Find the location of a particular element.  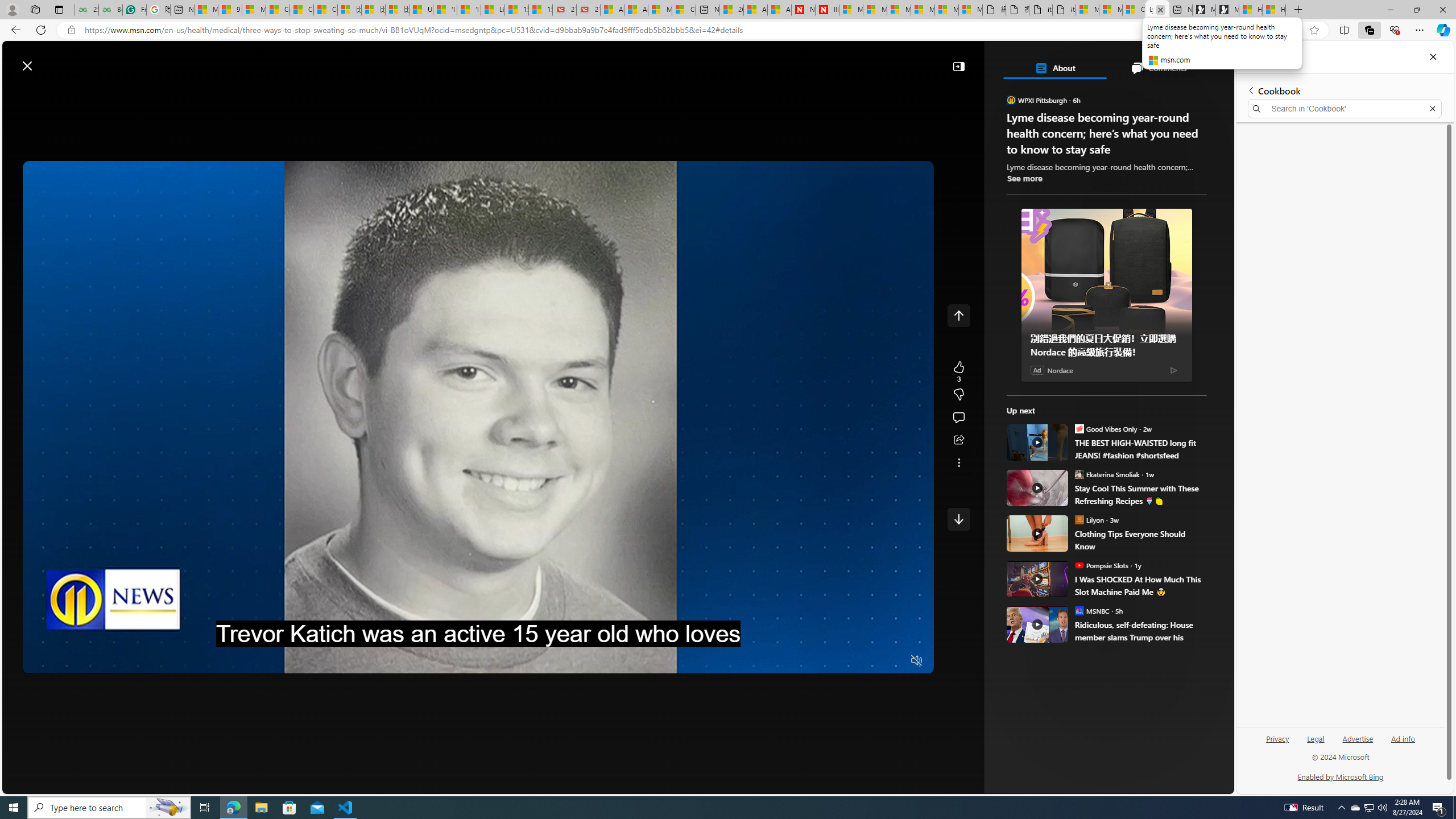

'Best SSL Certificates Provider in India - GeeksforGeeks' is located at coordinates (110, 9).